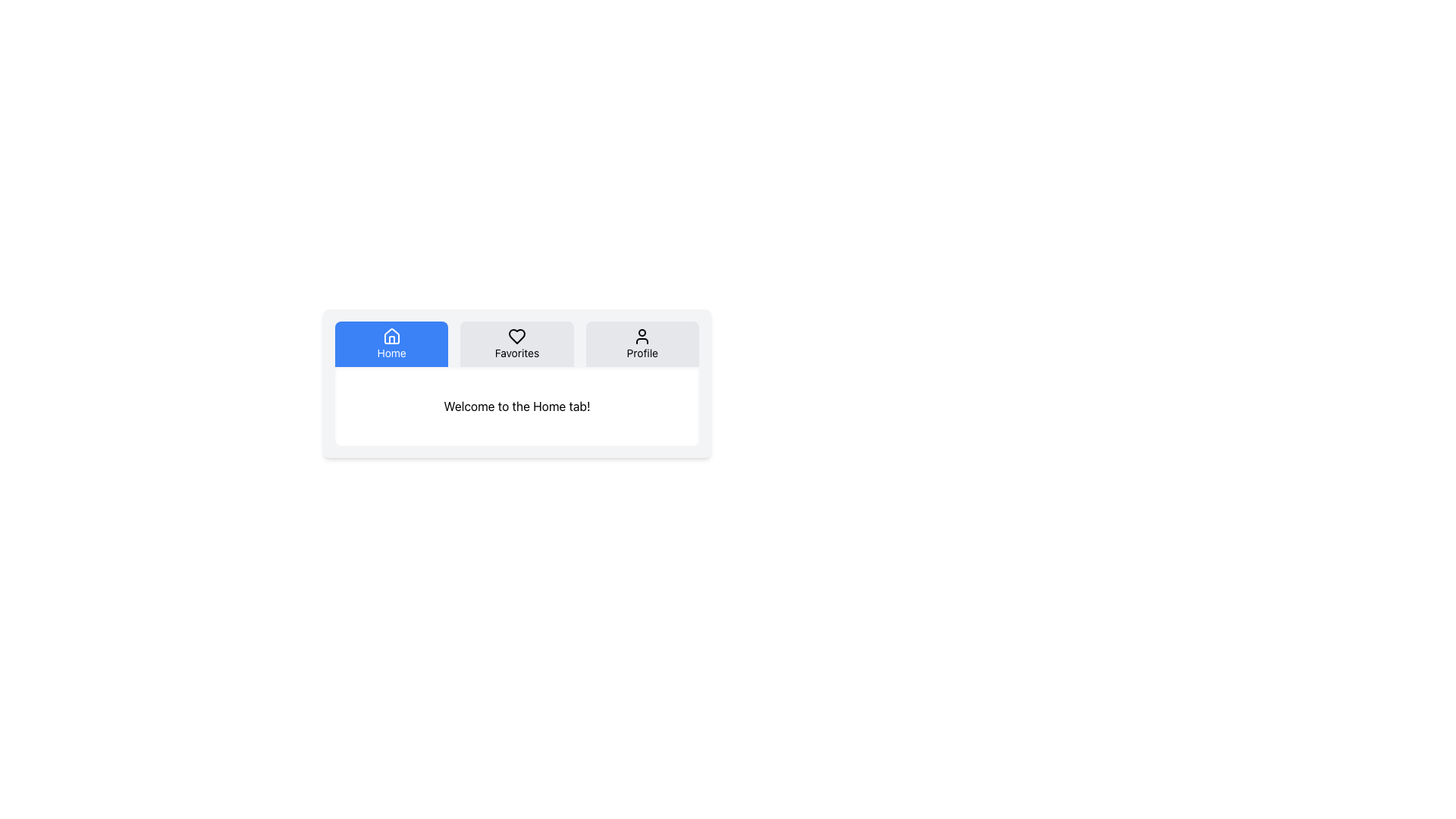 The image size is (1456, 819). Describe the element at coordinates (516, 344) in the screenshot. I see `the 'Favorites' tab button, which is the second tab in the navigation bar` at that location.